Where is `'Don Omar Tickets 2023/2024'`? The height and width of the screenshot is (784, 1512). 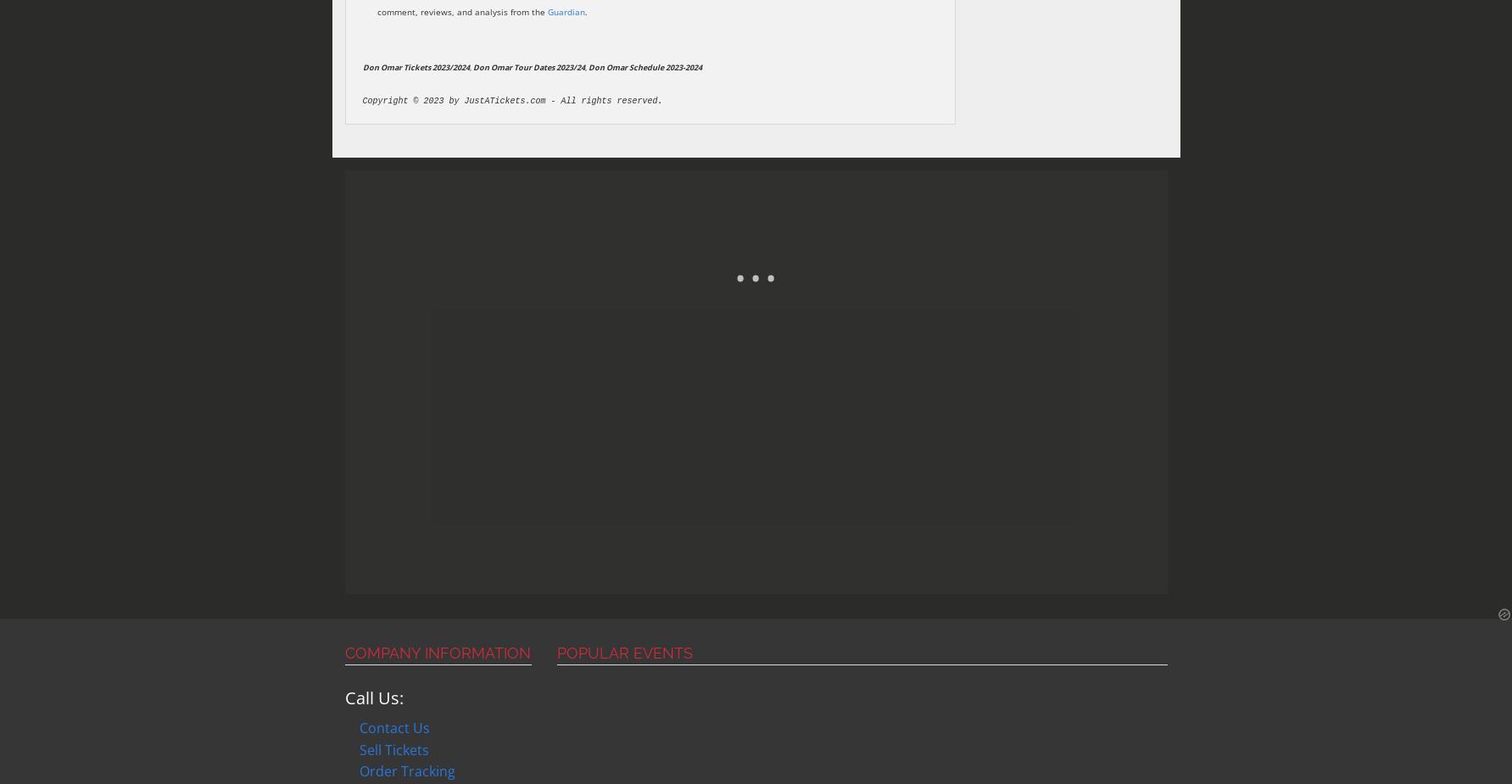 'Don Omar Tickets 2023/2024' is located at coordinates (415, 65).